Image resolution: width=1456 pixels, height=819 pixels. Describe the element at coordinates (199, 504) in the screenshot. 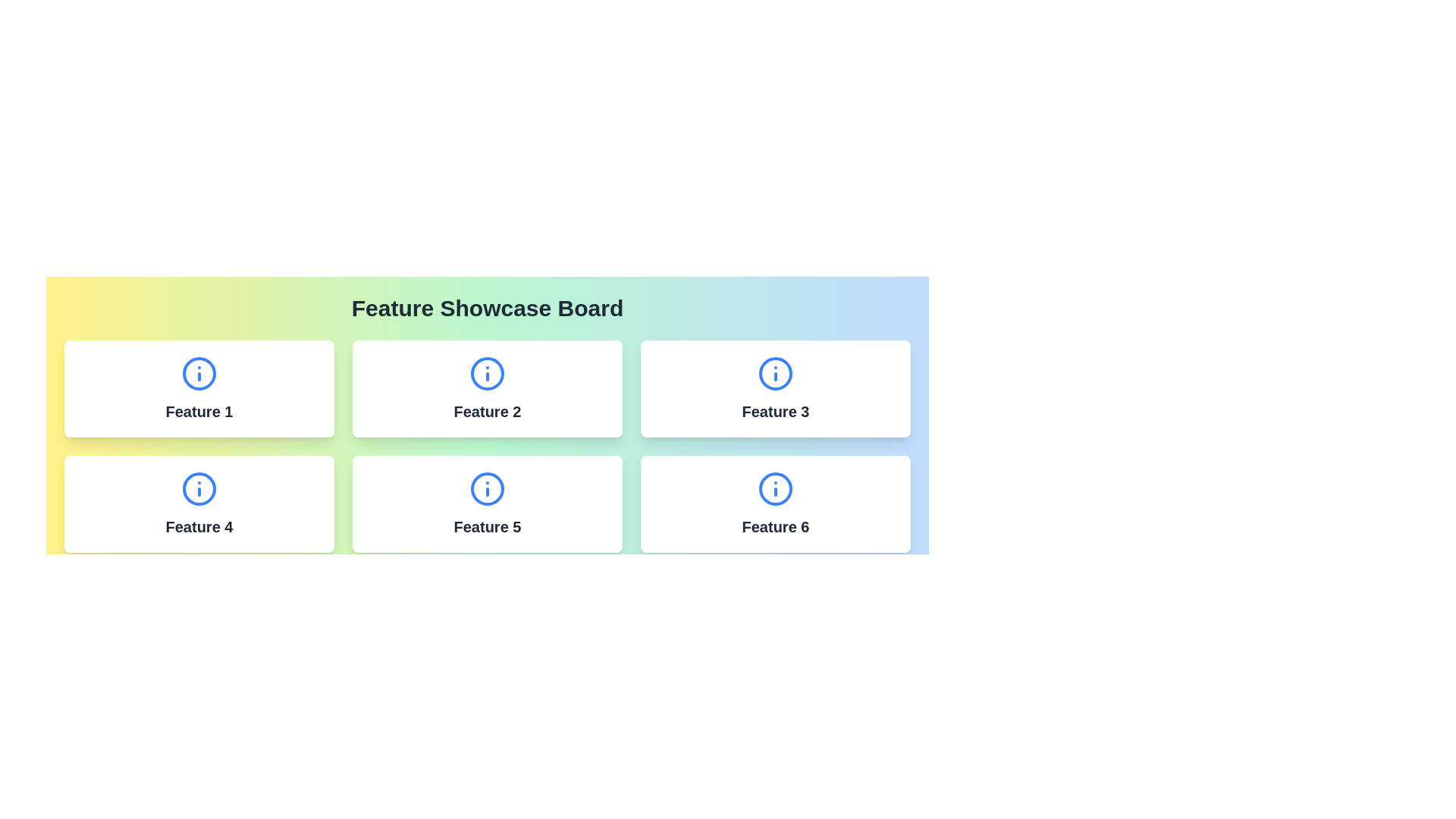

I see `description of the Card Item located in the second row of a 3x2 grid layout, which is positioned below 'Feature 1' and to the left of 'Feature 5'` at that location.